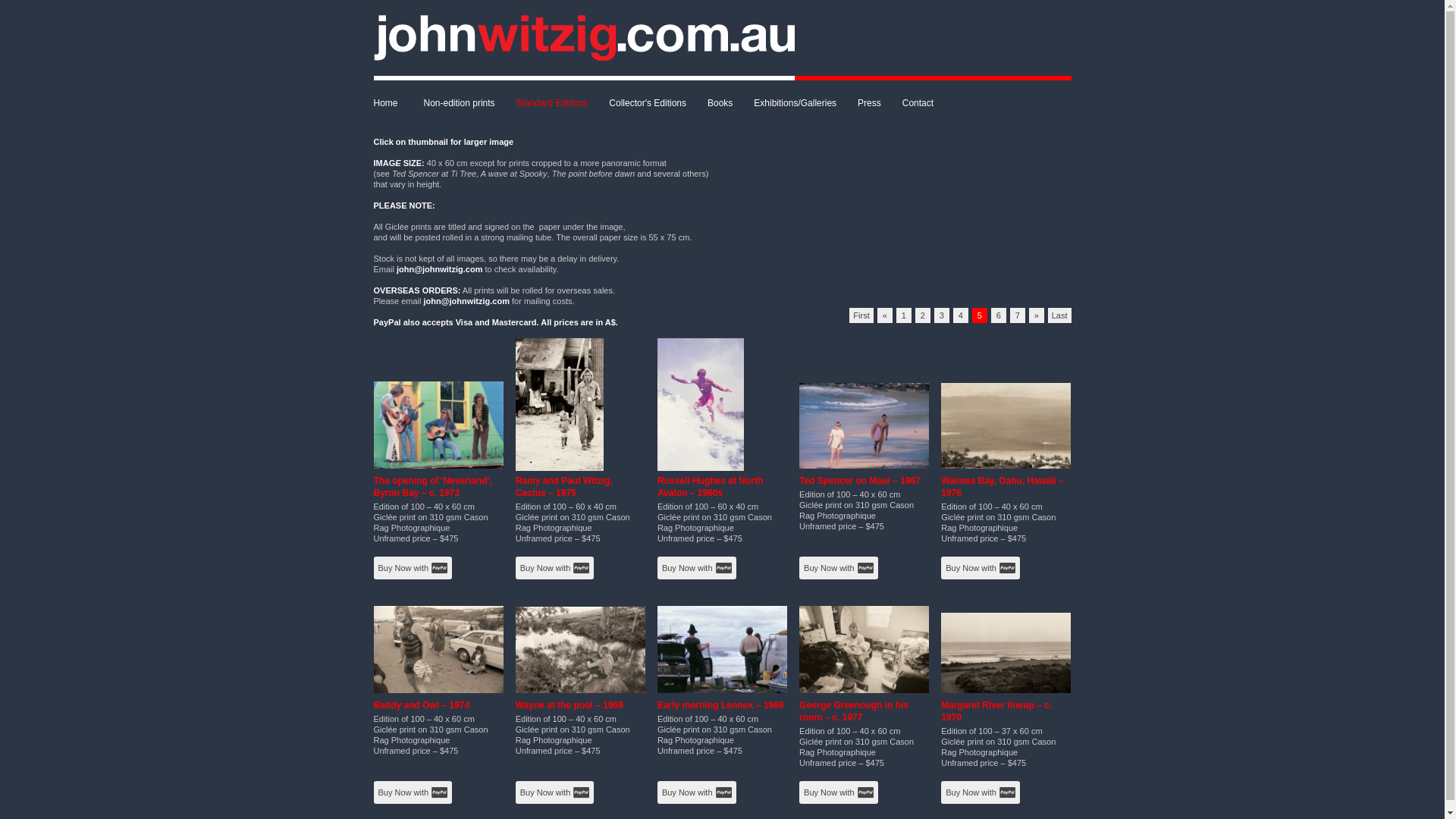  Describe the element at coordinates (372, 102) in the screenshot. I see `'Home'` at that location.